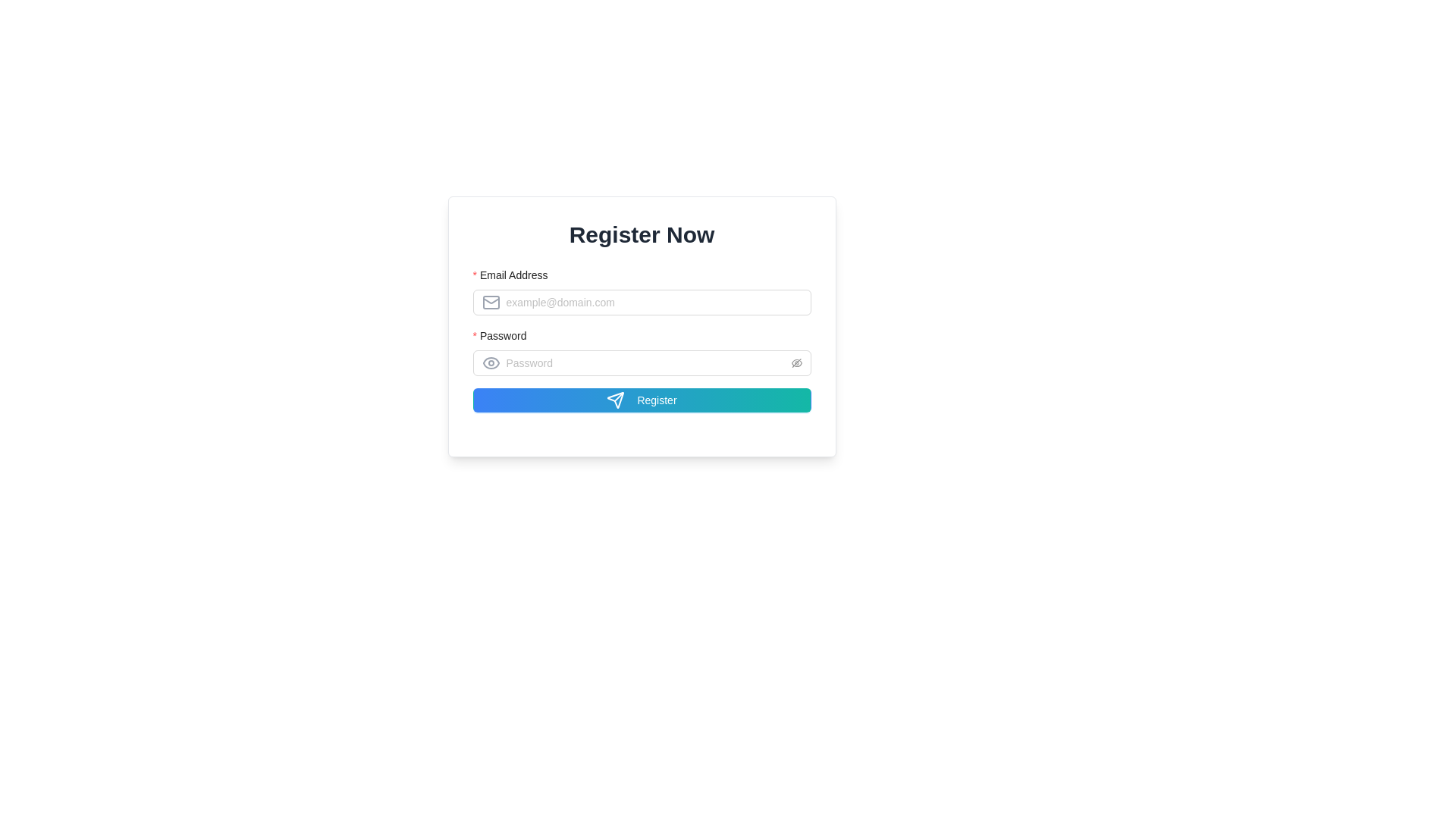  What do you see at coordinates (491, 302) in the screenshot?
I see `the envelope icon that represents the email field in the 'Register Now' form, which is located to the left of the email input field` at bounding box center [491, 302].